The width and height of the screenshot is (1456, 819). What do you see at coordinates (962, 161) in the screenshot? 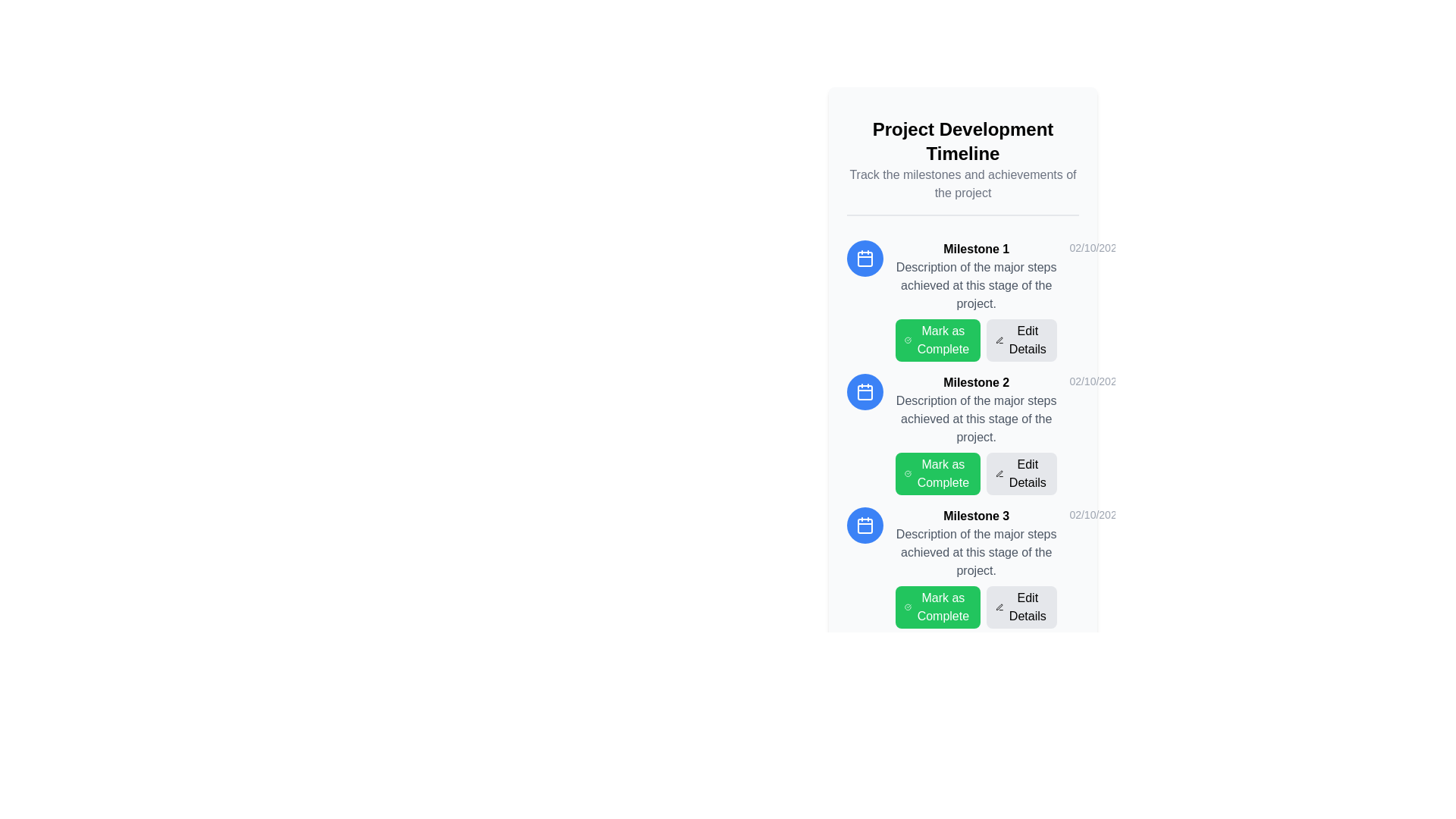
I see `the static text-based heading and subtitle element that serves as an introductory description for the project development milestones, located centrally at the top of the layout` at bounding box center [962, 161].